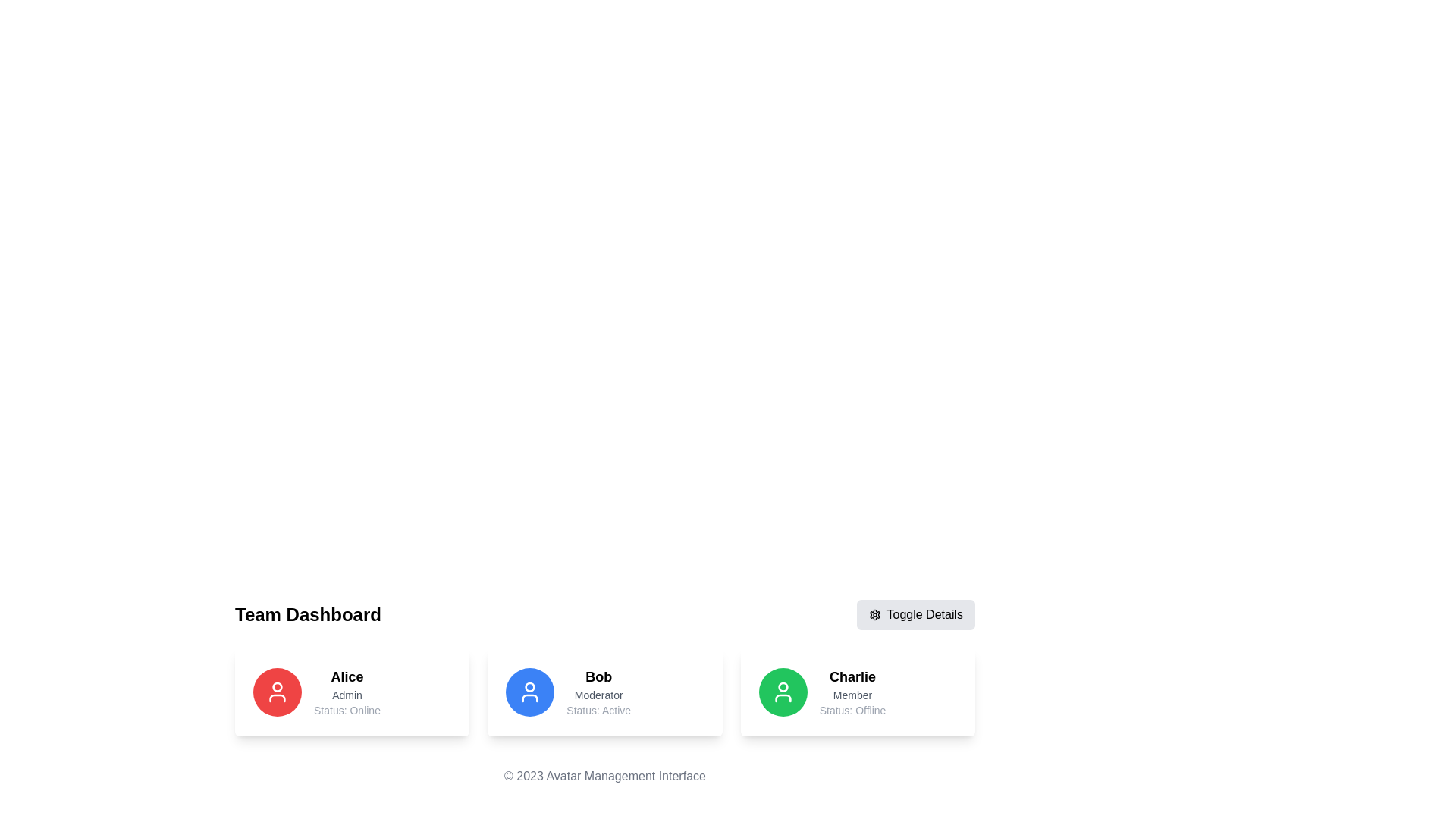  What do you see at coordinates (604, 775) in the screenshot?
I see `the footer text element which displays '© 2023 Avatar Management Interface' at the bottom of the interface` at bounding box center [604, 775].